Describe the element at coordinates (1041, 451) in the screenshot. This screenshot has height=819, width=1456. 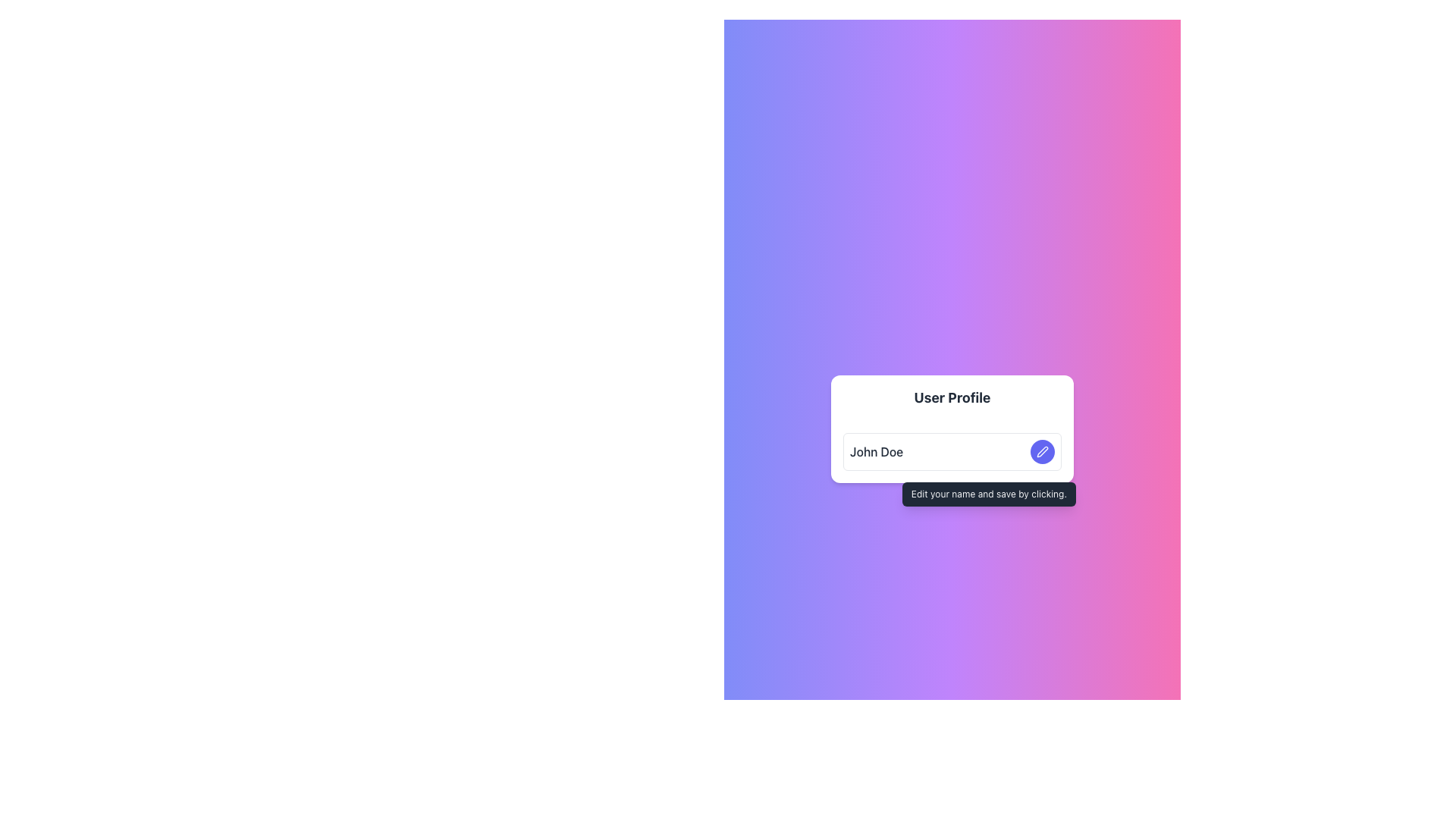
I see `the edit button located to the right of the 'John Doe' label in the profile information section` at that location.